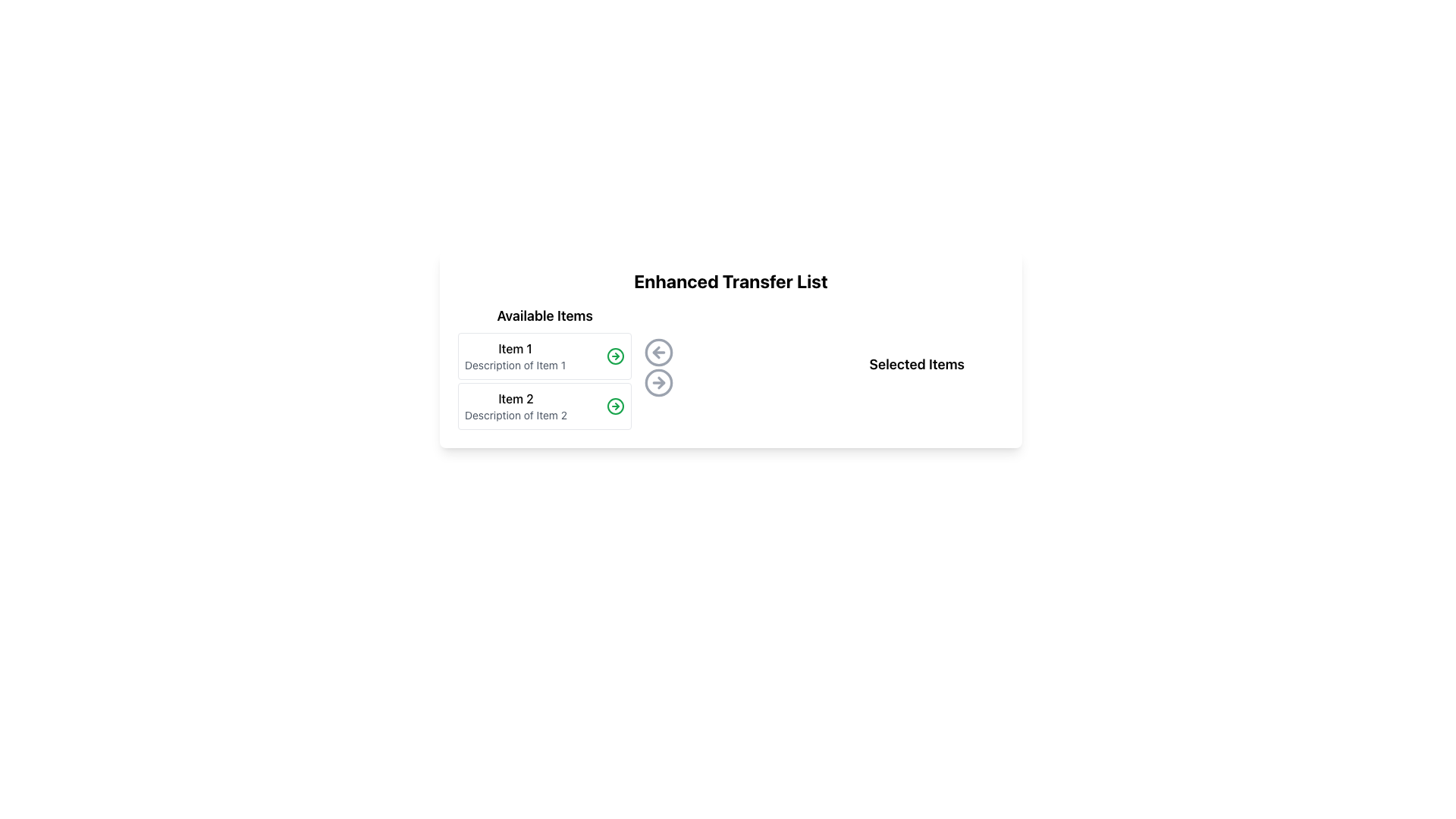 The image size is (1456, 819). What do you see at coordinates (616, 406) in the screenshot?
I see `the circular icon button with a right-pointing arrow located to the right of 'Item 2' in the 'Available Items' column` at bounding box center [616, 406].